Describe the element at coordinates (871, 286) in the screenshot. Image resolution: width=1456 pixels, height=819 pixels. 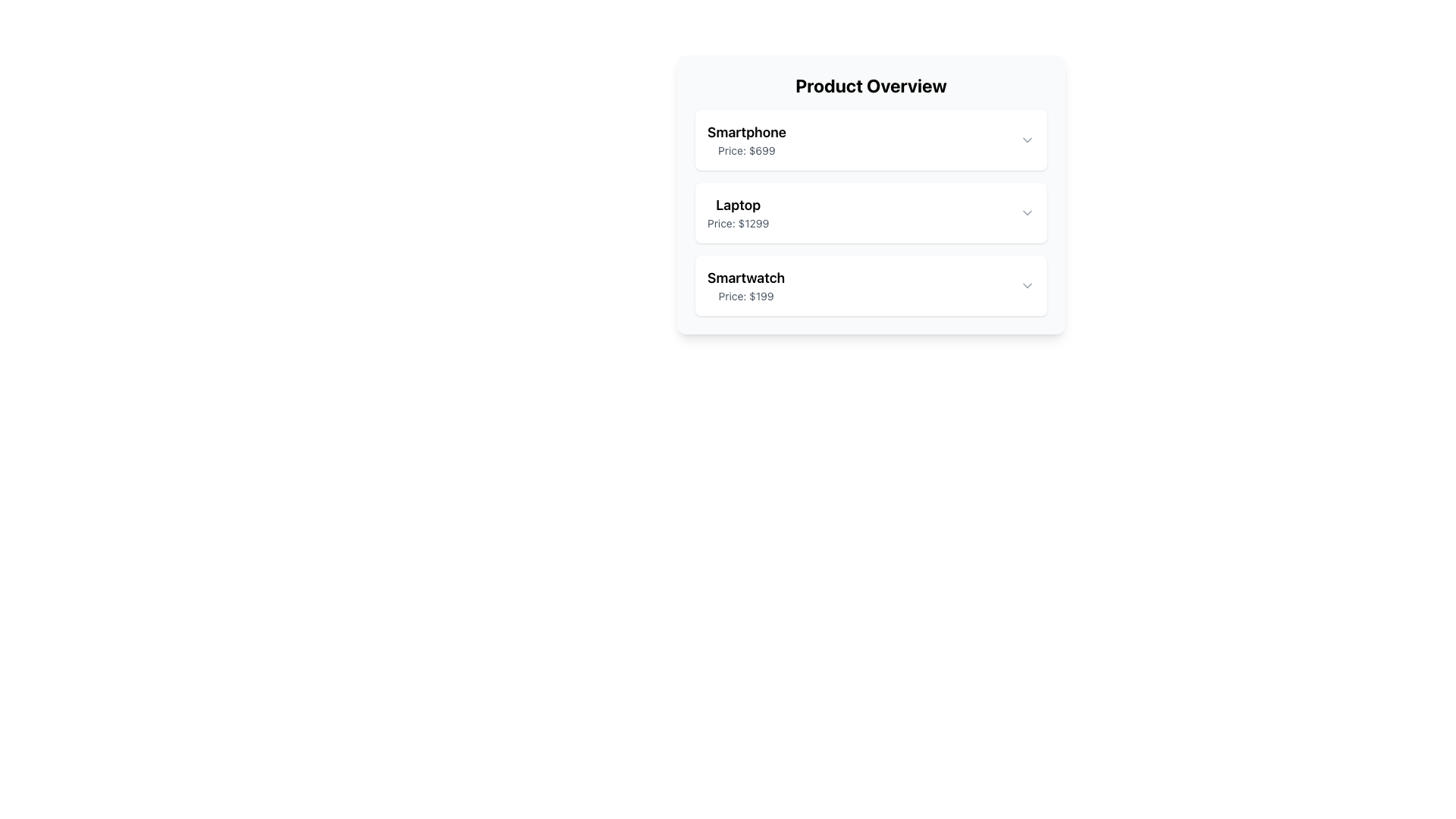
I see `the third product card containing the 'Smartwatch' details` at that location.